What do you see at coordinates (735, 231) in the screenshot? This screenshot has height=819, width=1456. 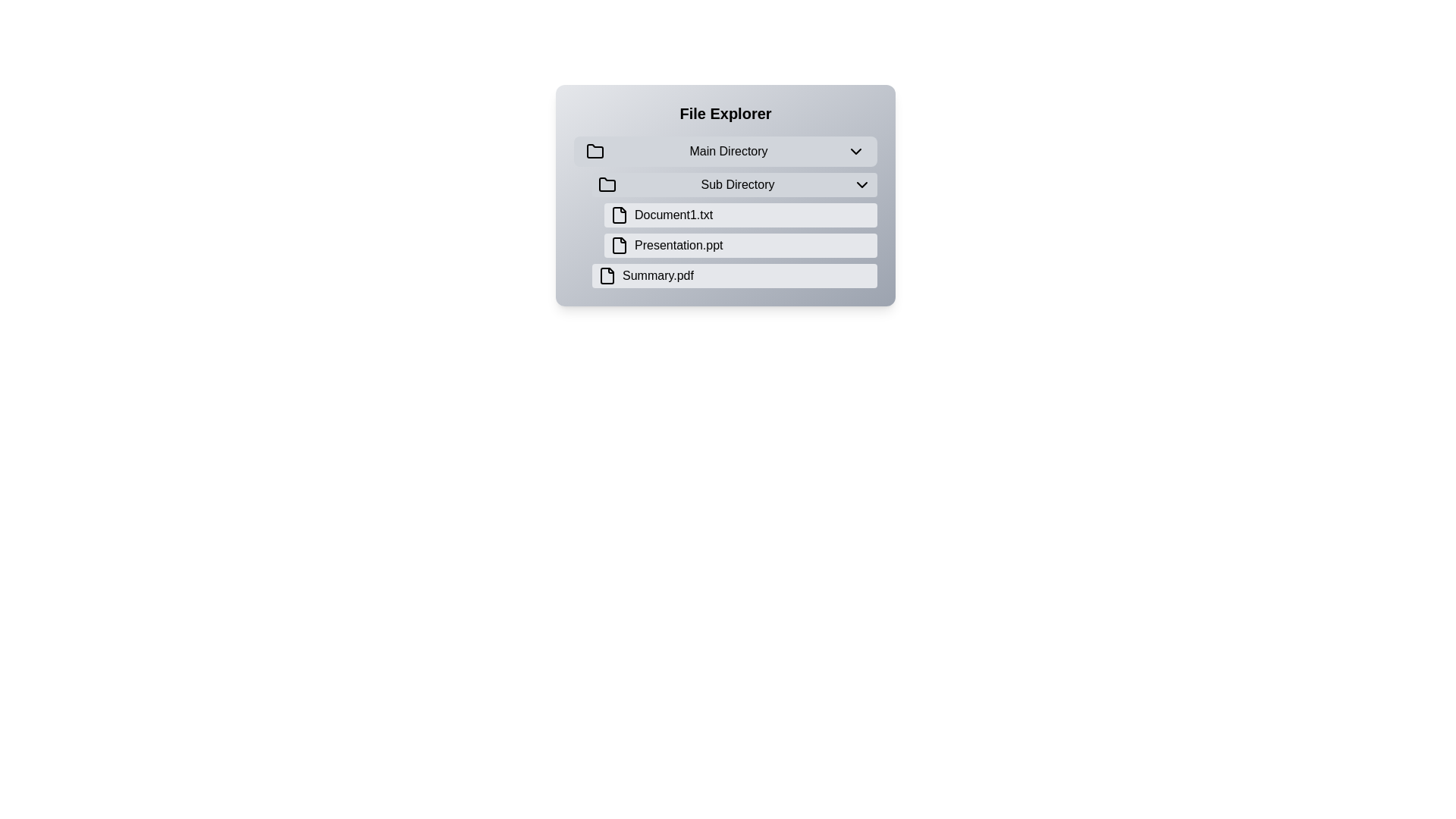 I see `the 'Document1.txt' file entry` at bounding box center [735, 231].